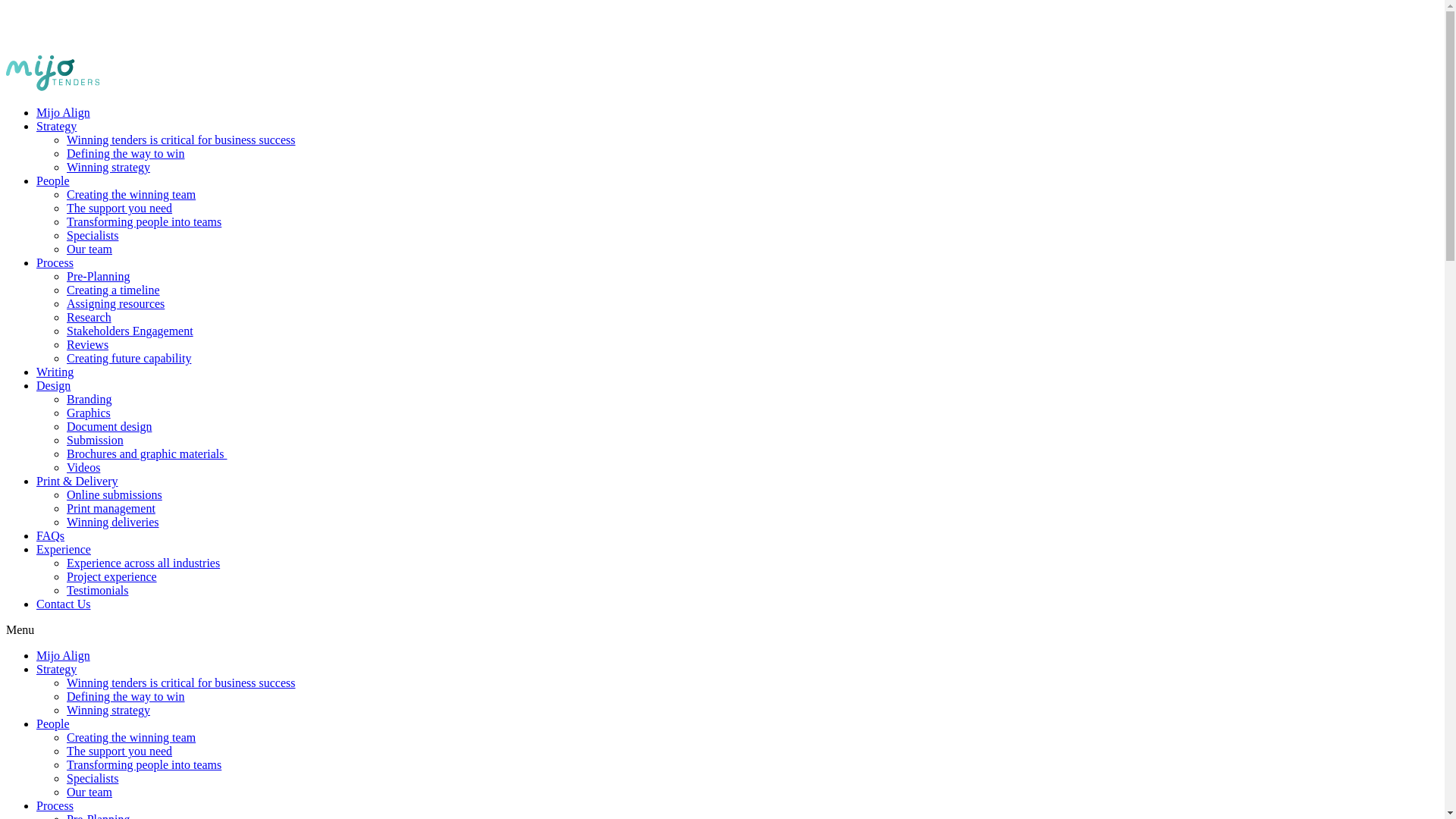  I want to click on 'Strategy', so click(36, 125).